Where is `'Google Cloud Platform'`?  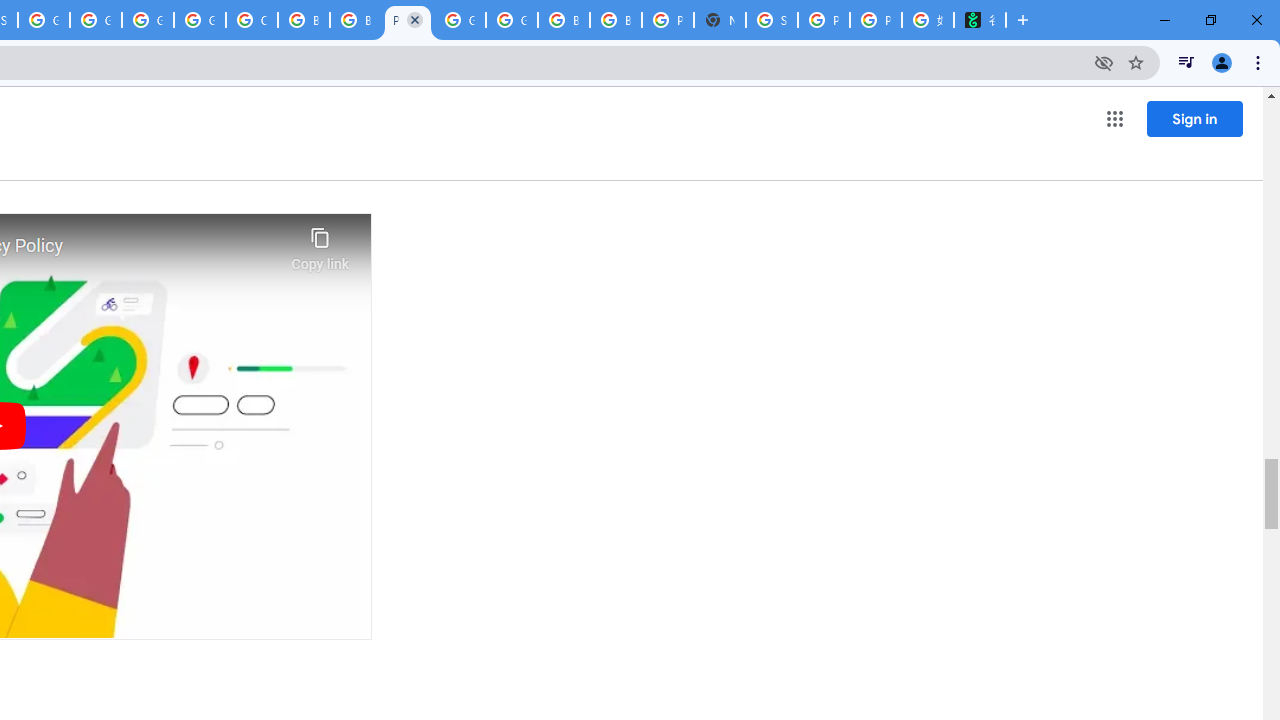
'Google Cloud Platform' is located at coordinates (459, 20).